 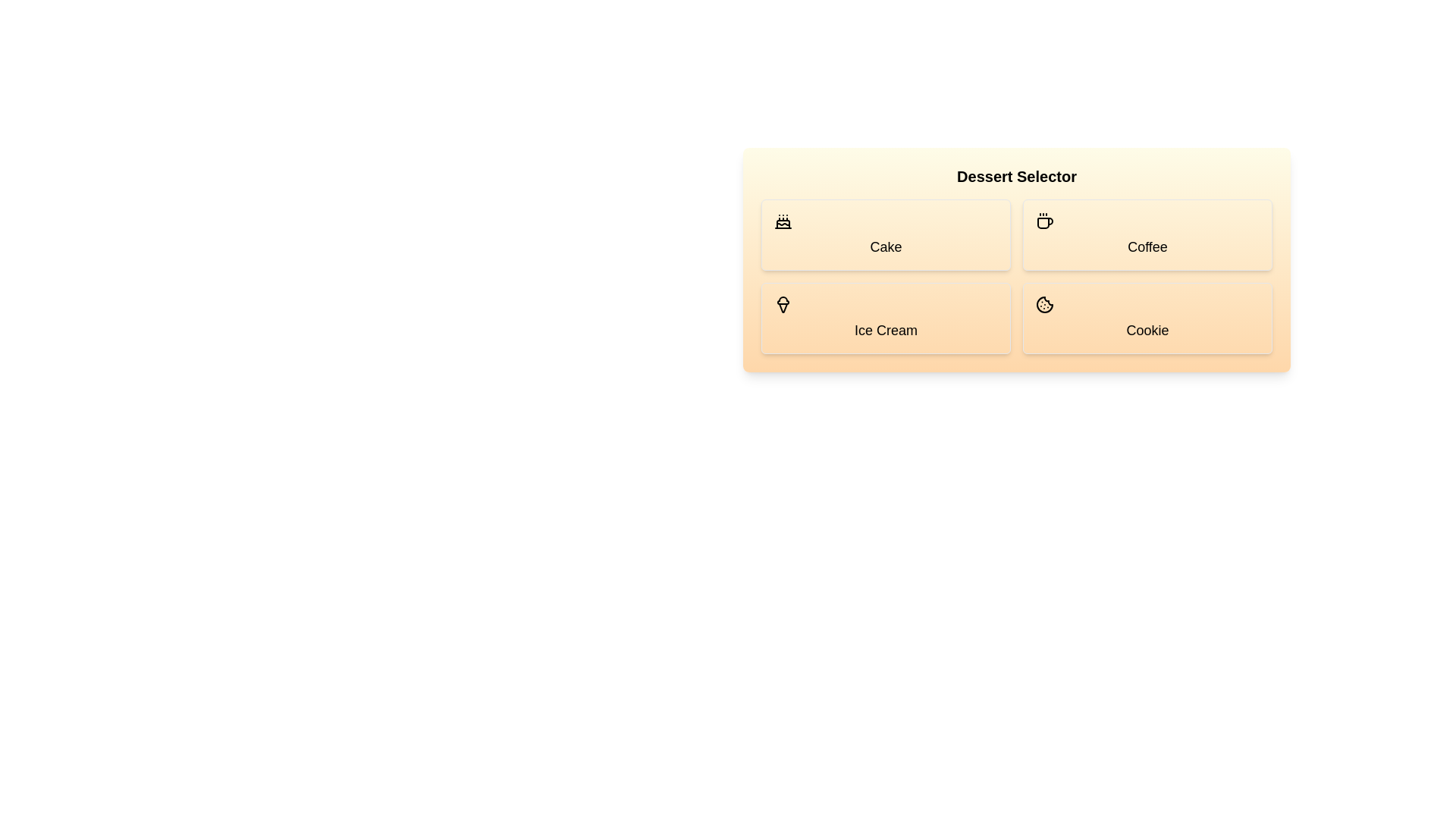 I want to click on the dessert Cookie by clicking its button, so click(x=1147, y=318).